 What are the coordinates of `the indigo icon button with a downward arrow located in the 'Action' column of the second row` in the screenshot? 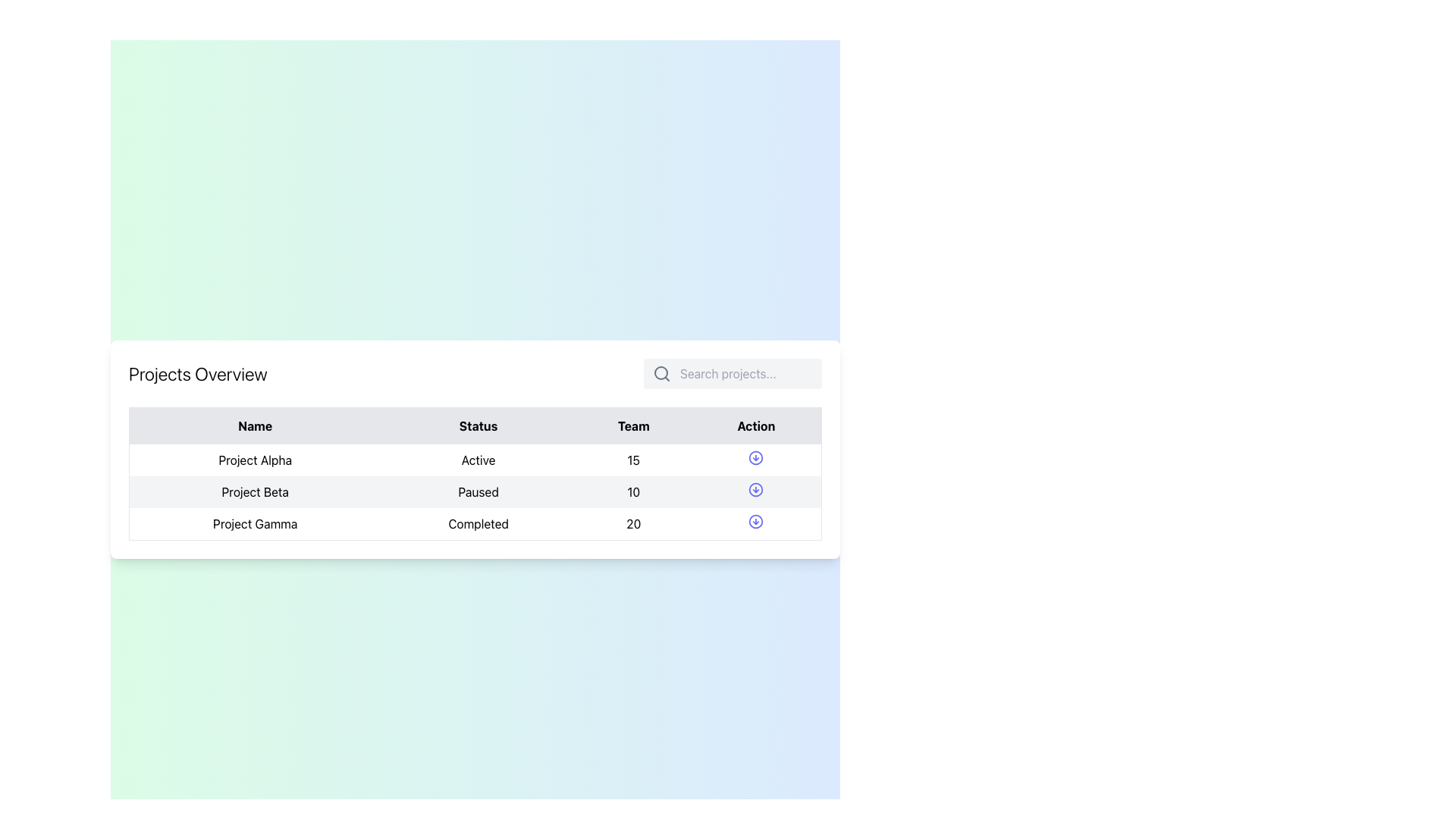 It's located at (756, 491).